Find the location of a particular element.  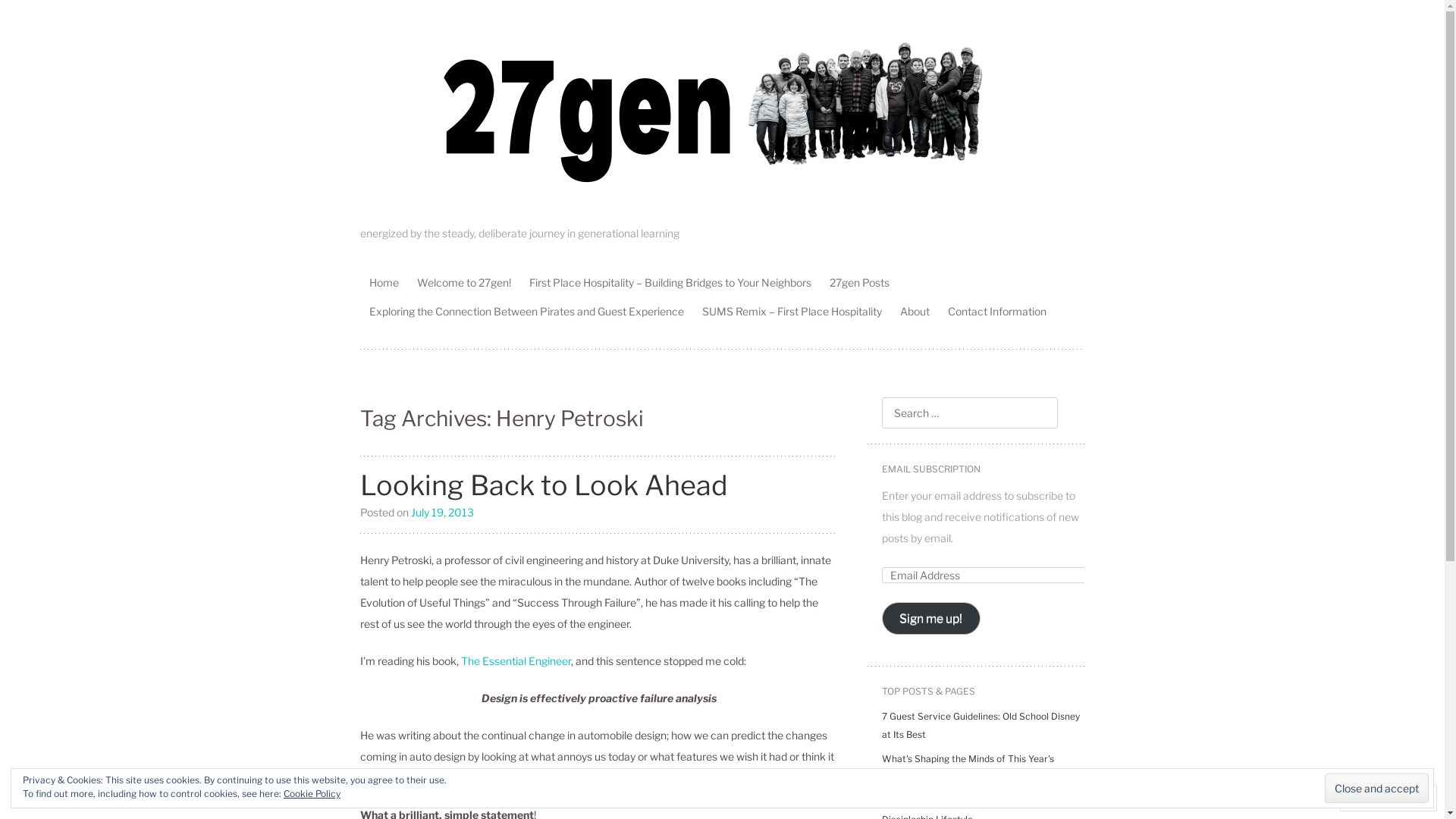

'Contact Information' is located at coordinates (997, 309).